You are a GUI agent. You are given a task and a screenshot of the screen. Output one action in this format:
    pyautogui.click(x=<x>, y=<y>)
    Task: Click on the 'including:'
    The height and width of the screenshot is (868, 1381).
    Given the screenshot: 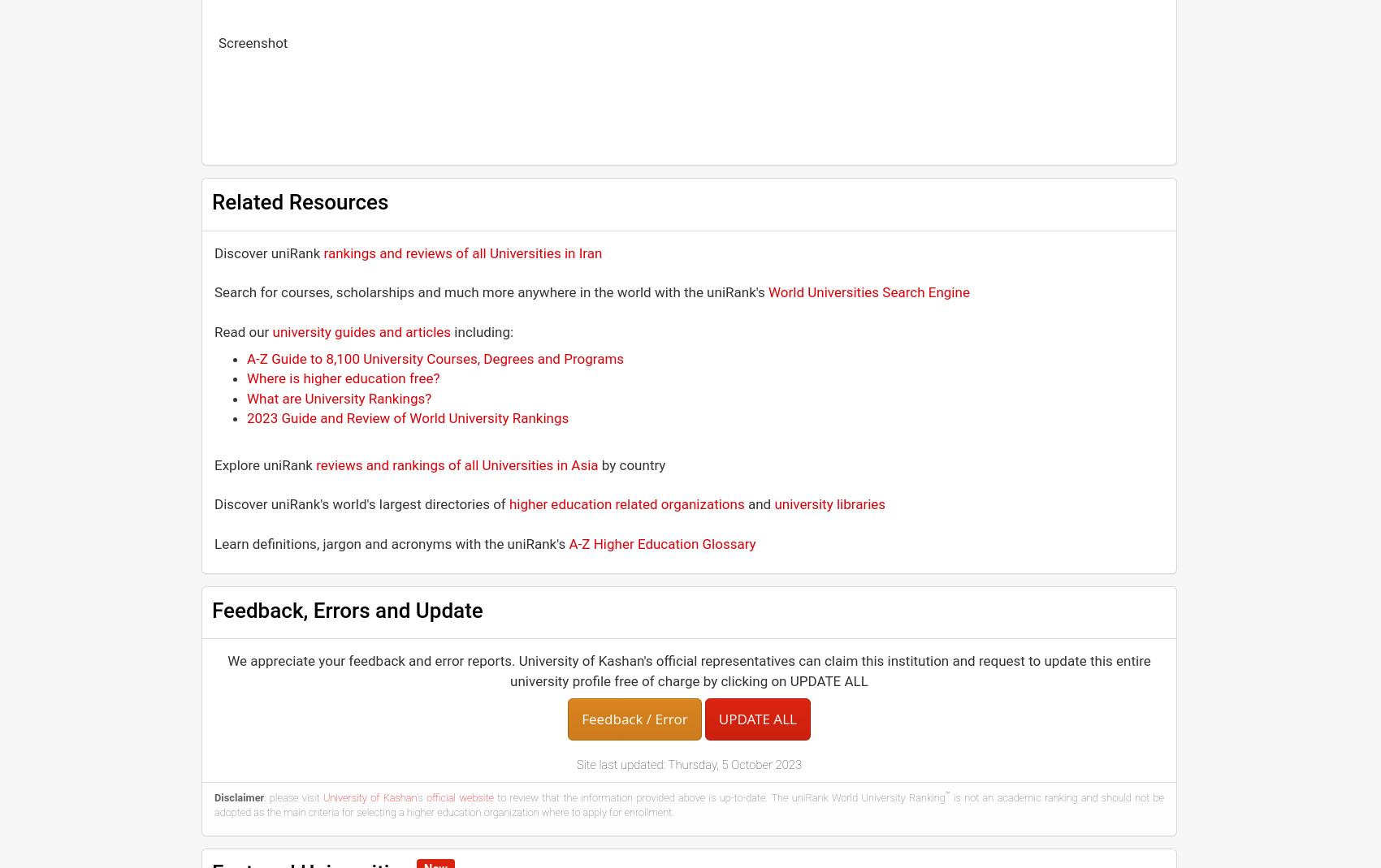 What is the action you would take?
    pyautogui.click(x=481, y=331)
    